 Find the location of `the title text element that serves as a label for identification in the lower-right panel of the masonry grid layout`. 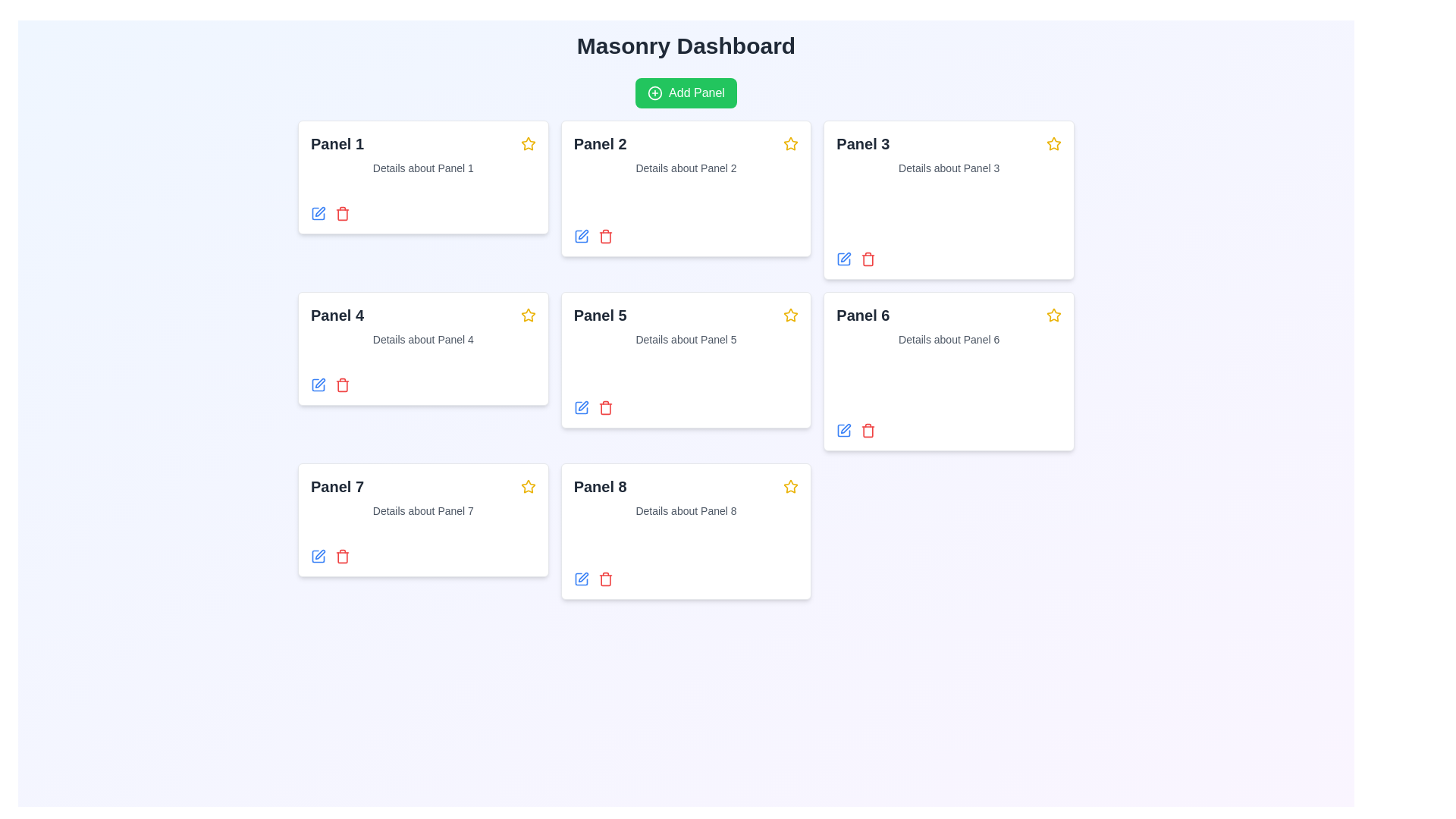

the title text element that serves as a label for identification in the lower-right panel of the masonry grid layout is located at coordinates (599, 486).